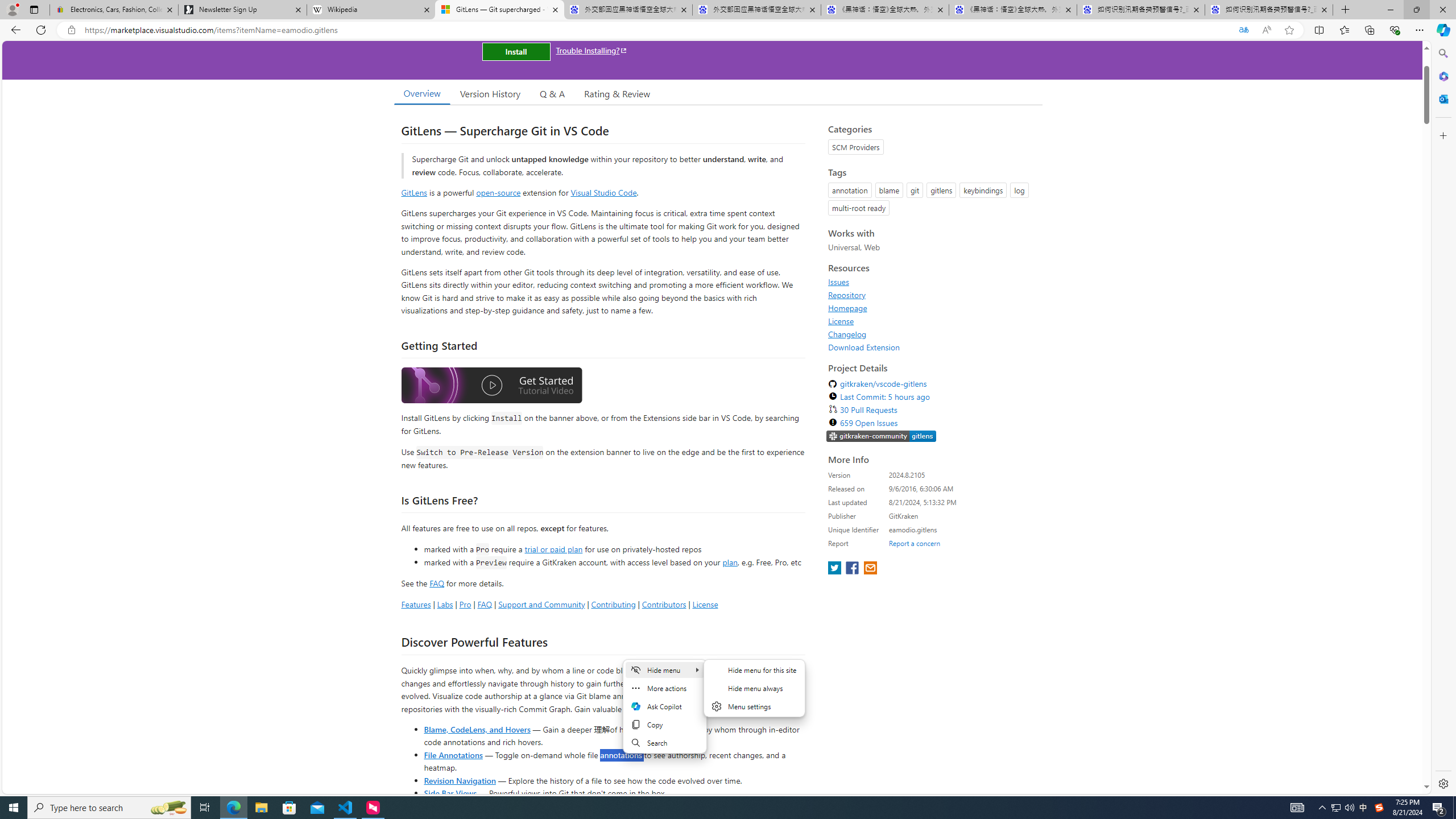 The width and height of the screenshot is (1456, 819). I want to click on 'File Annotations', so click(453, 754).